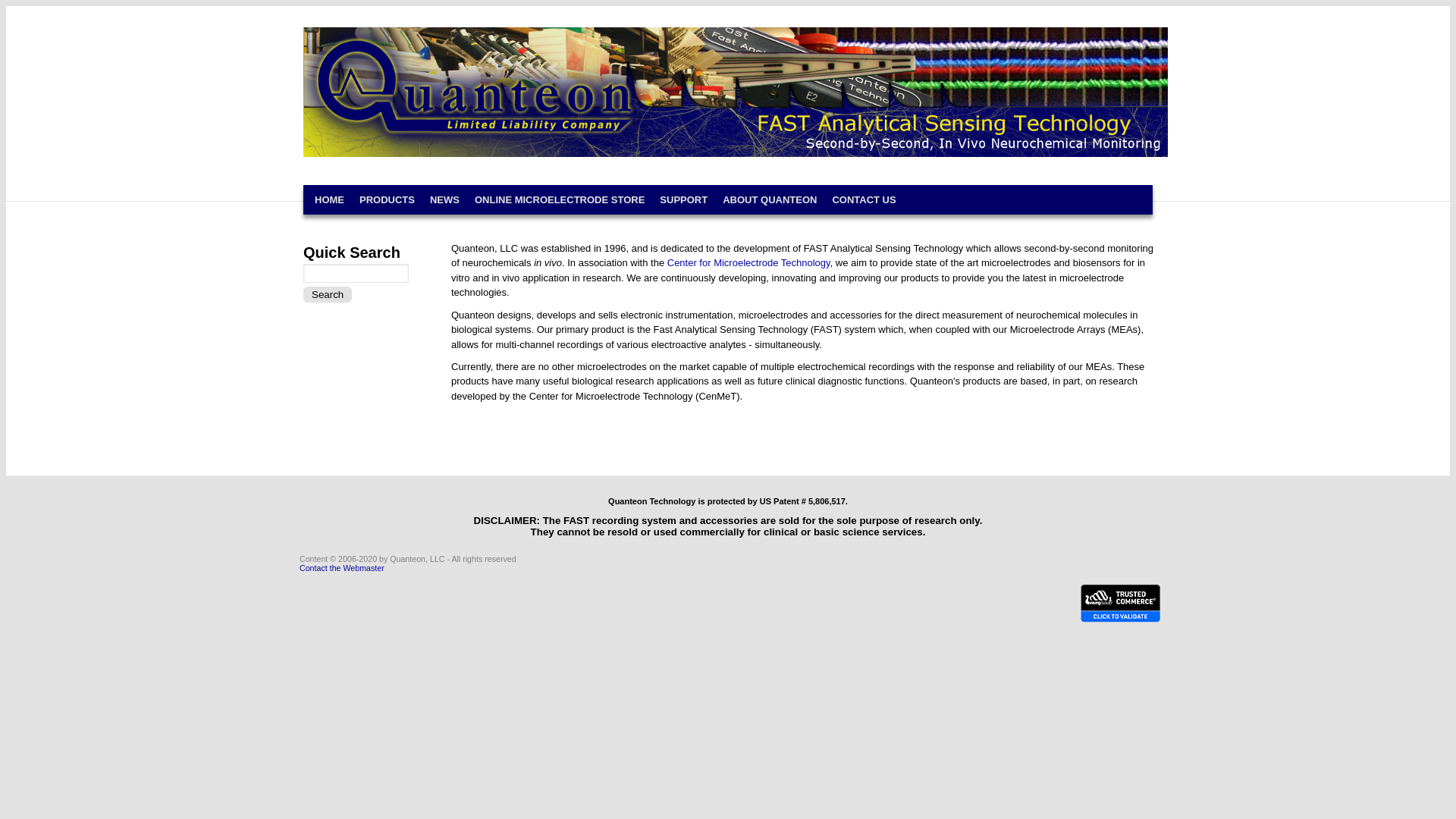  I want to click on 'PRODUCTS', so click(387, 199).